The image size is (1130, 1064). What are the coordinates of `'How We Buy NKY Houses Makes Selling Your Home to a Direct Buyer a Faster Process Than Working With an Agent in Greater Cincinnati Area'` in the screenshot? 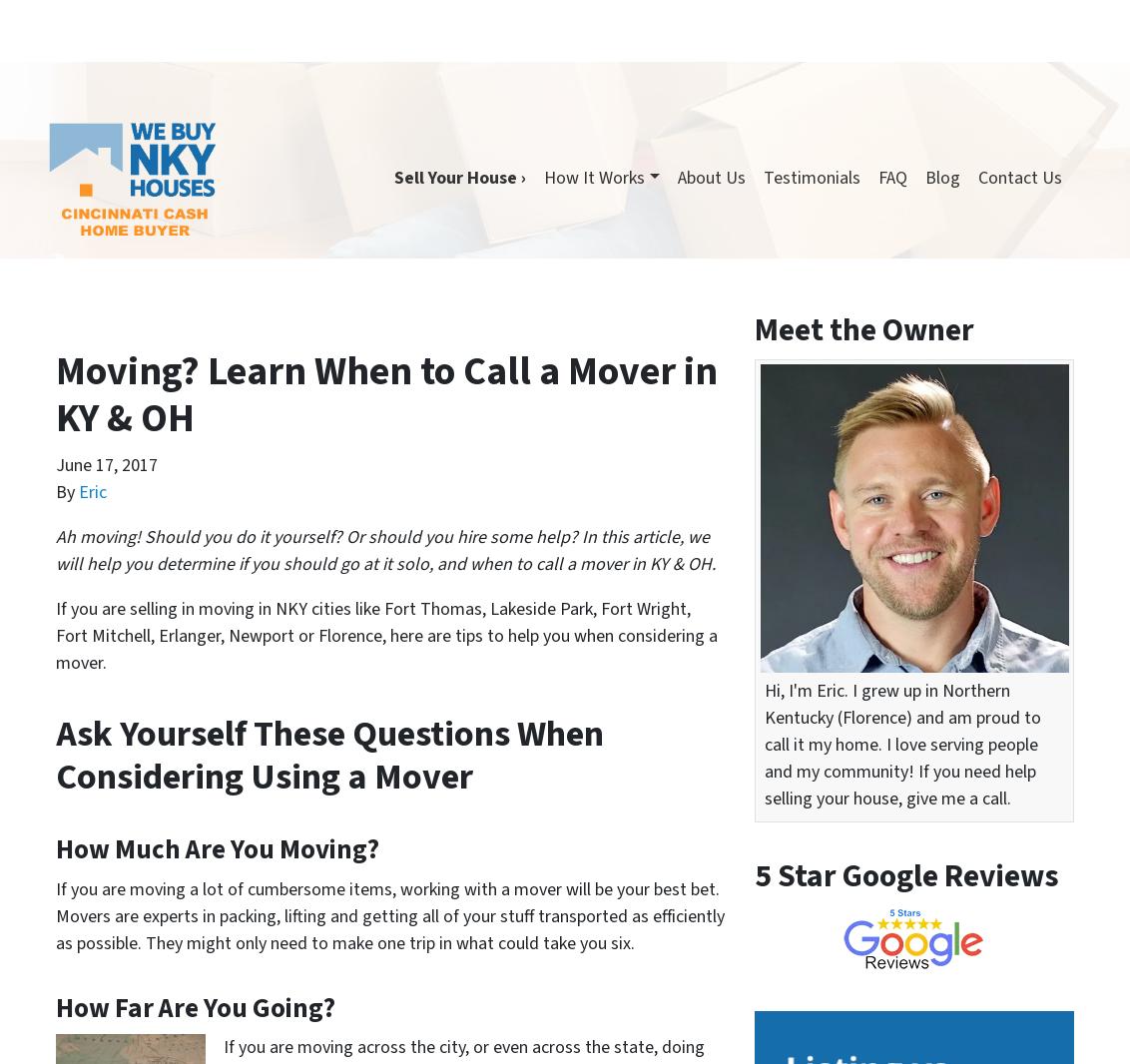 It's located at (901, 476).